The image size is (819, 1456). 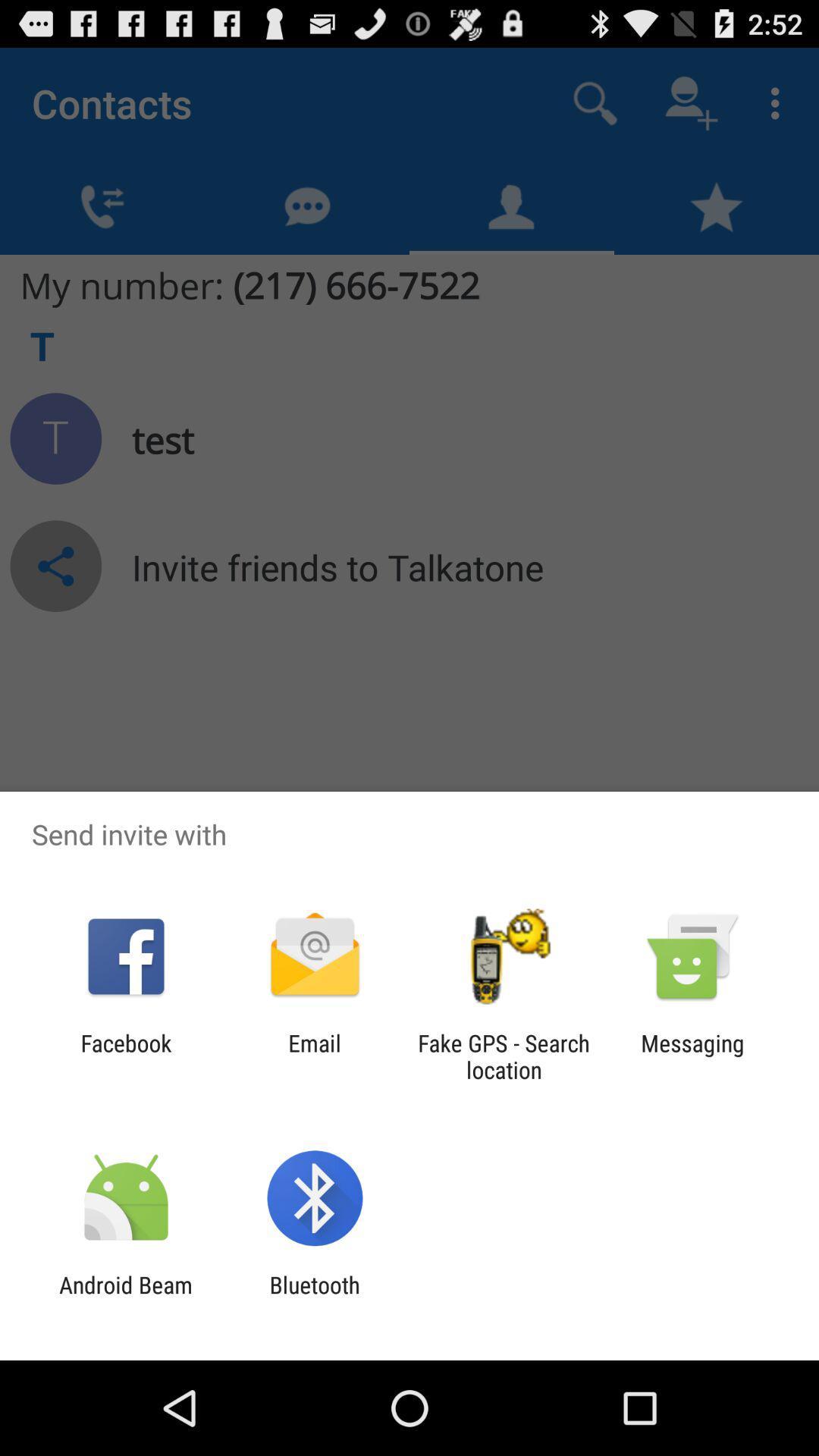 What do you see at coordinates (314, 1056) in the screenshot?
I see `icon to the right of facebook` at bounding box center [314, 1056].